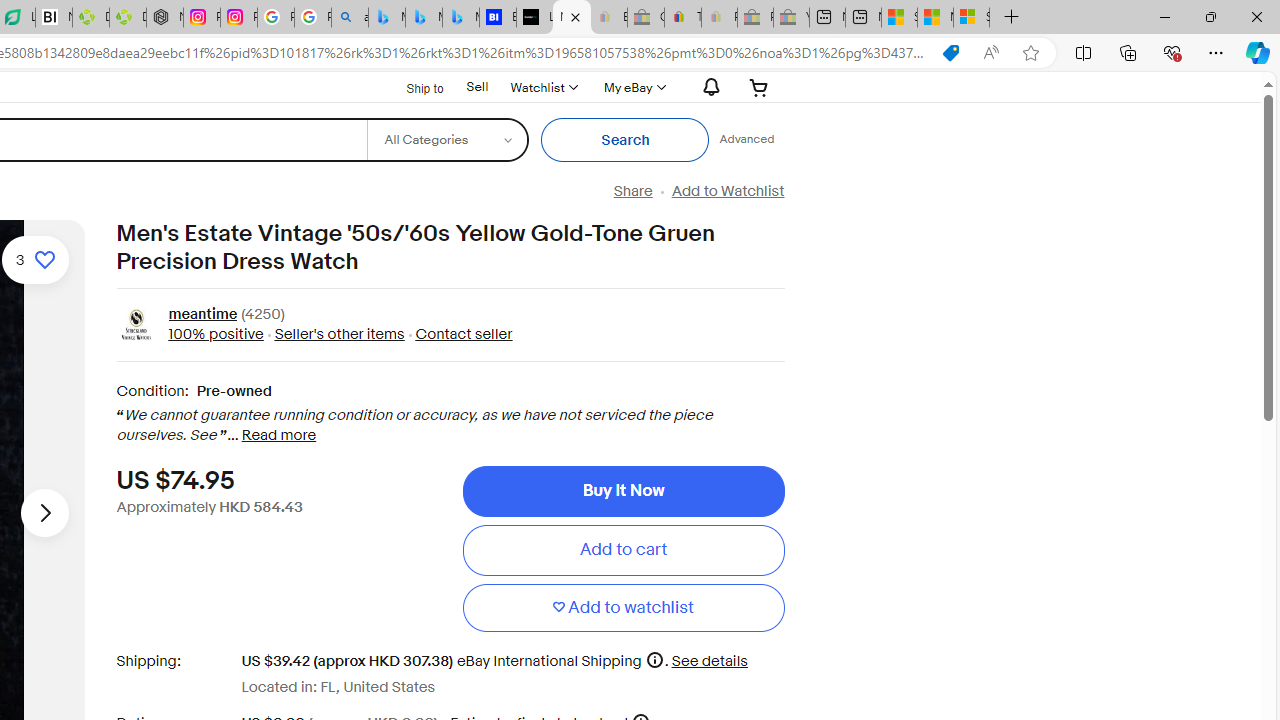 This screenshot has width=1280, height=720. Describe the element at coordinates (754, 17) in the screenshot. I see `'Press Room - eBay Inc. - Sleeping'` at that location.